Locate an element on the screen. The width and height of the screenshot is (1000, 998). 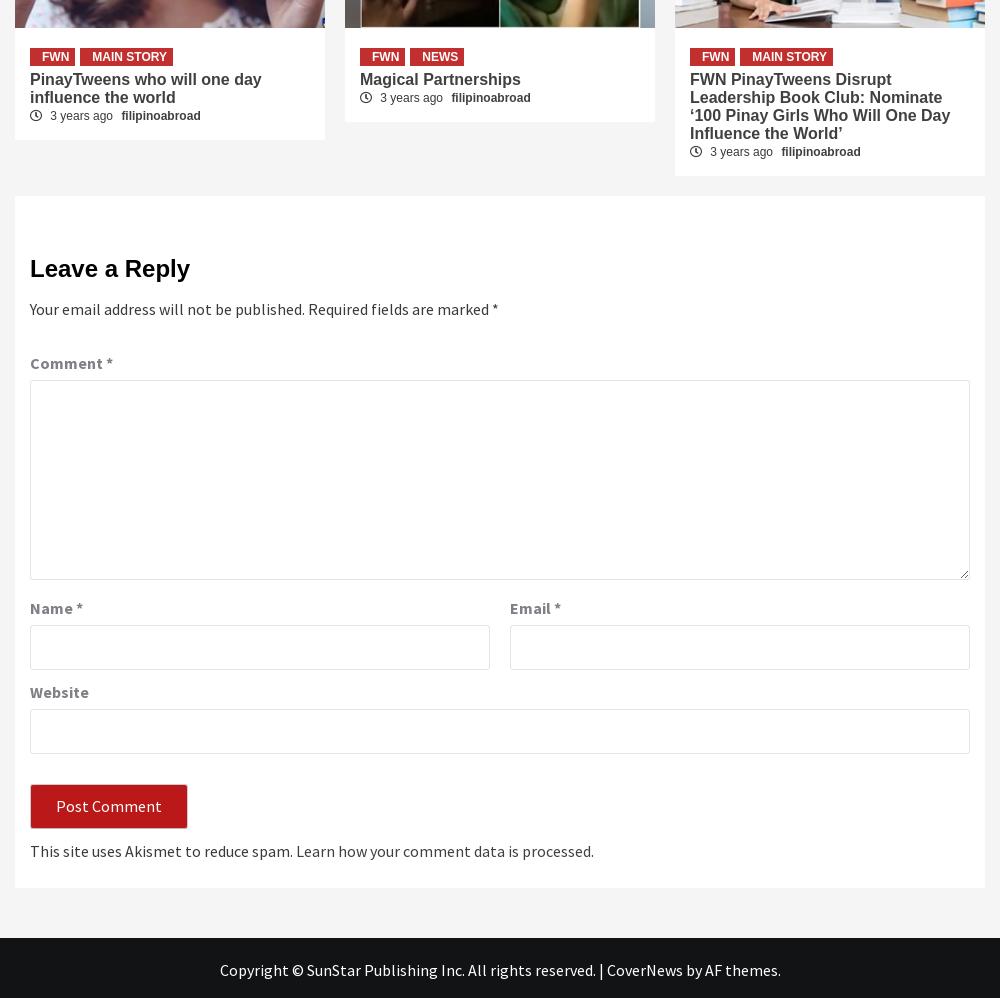
'Website' is located at coordinates (59, 690).